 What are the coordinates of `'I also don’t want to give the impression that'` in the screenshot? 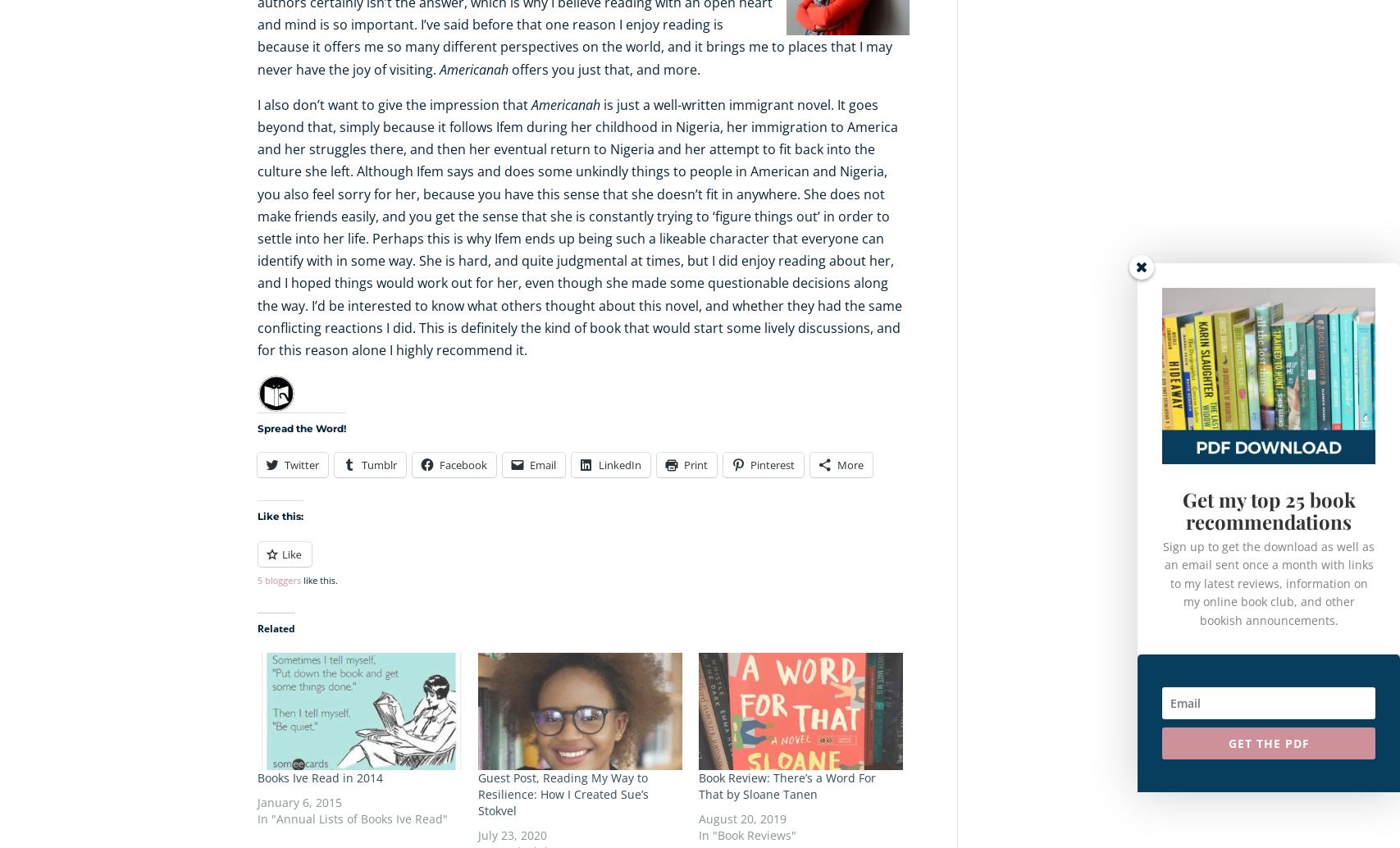 It's located at (394, 103).